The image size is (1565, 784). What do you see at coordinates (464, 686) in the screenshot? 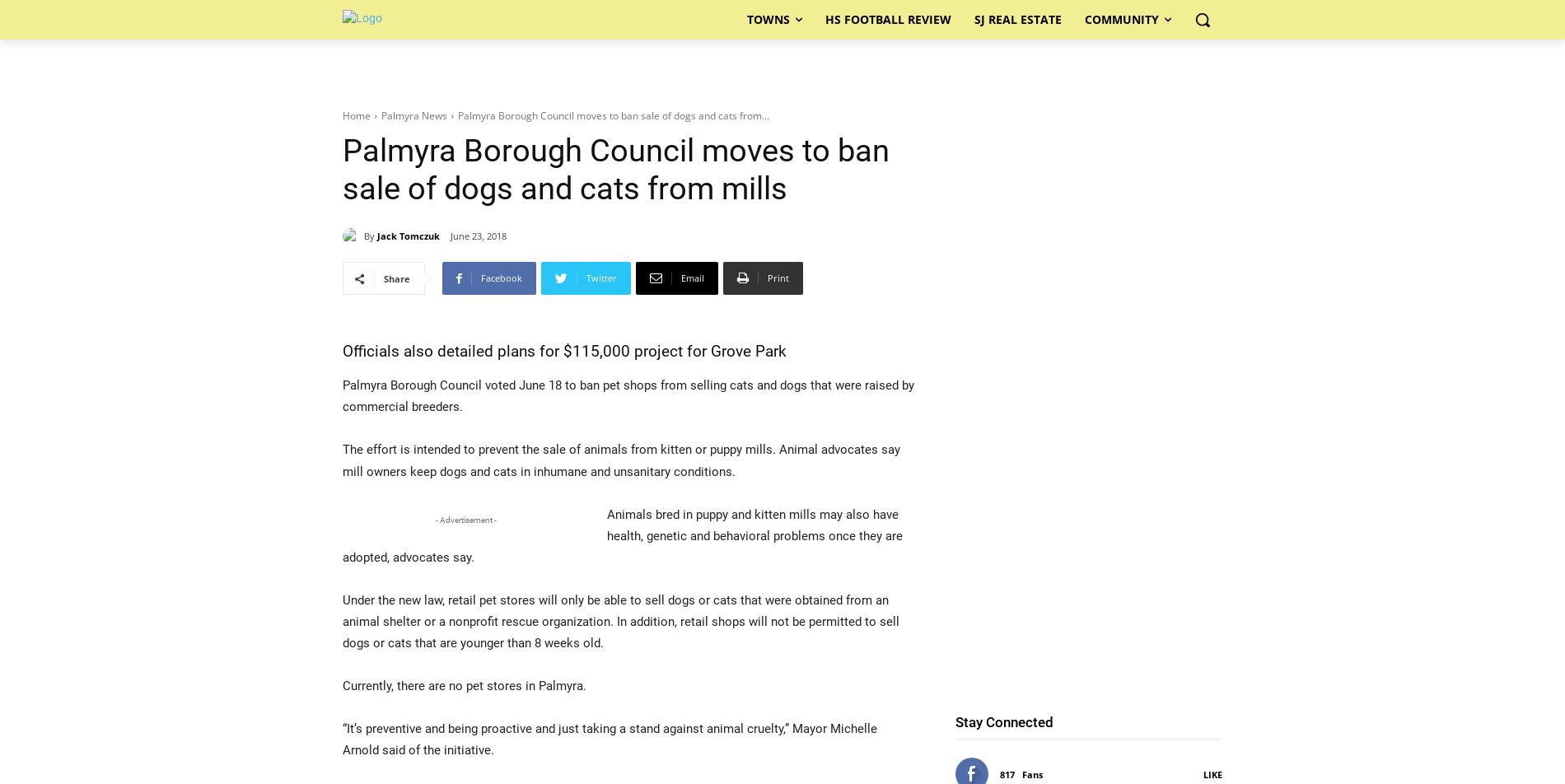
I see `'Currently, there are no pet stores in Palmyra.'` at bounding box center [464, 686].